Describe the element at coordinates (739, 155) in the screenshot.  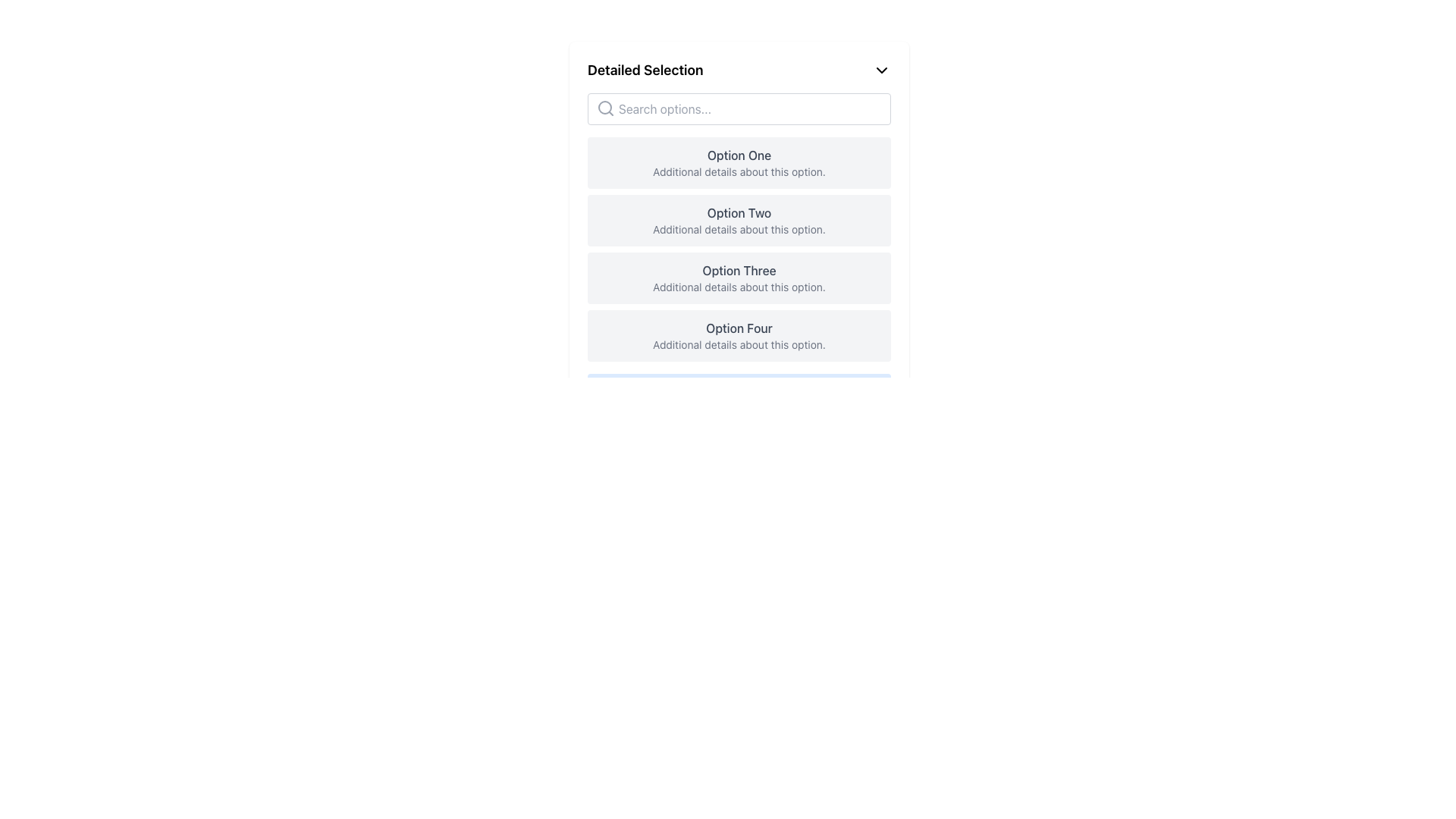
I see `text of the topmost text label in the 'Detailed Selection' section, which serves as the main identifier for the option` at that location.